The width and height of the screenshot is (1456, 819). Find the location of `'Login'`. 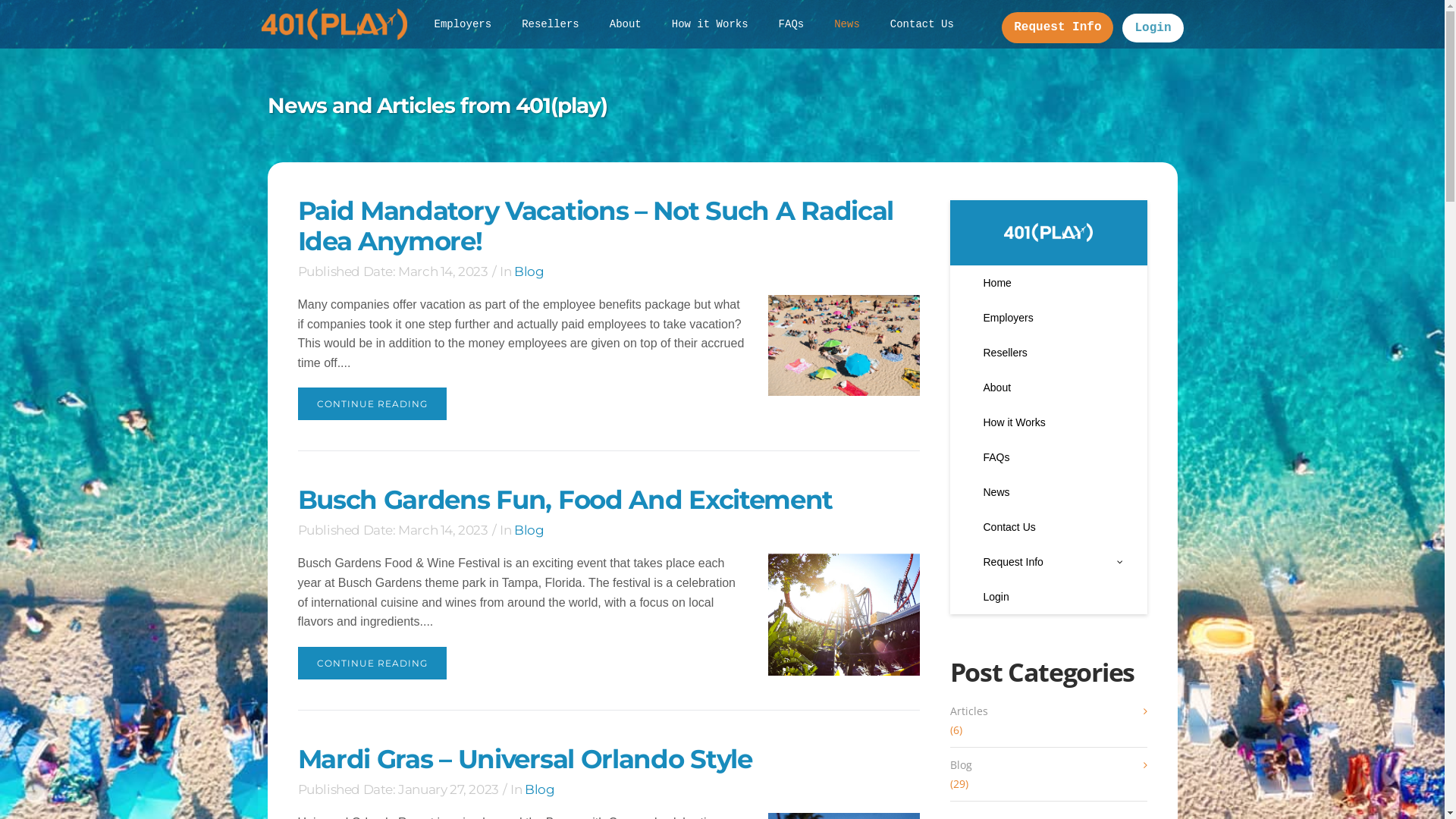

'Login' is located at coordinates (1153, 28).